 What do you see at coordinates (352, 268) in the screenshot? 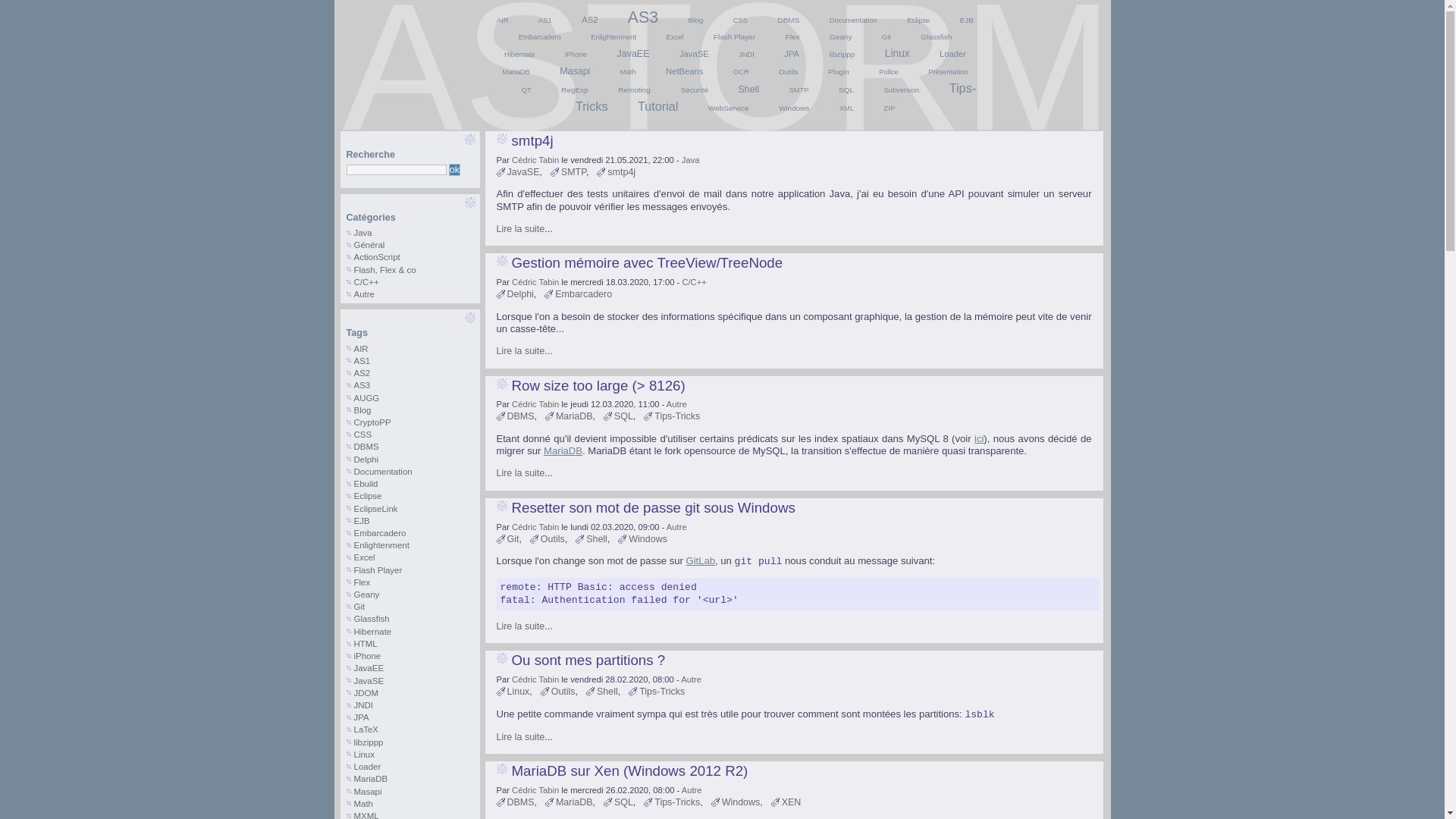
I see `'Flash, Flex & co'` at bounding box center [352, 268].